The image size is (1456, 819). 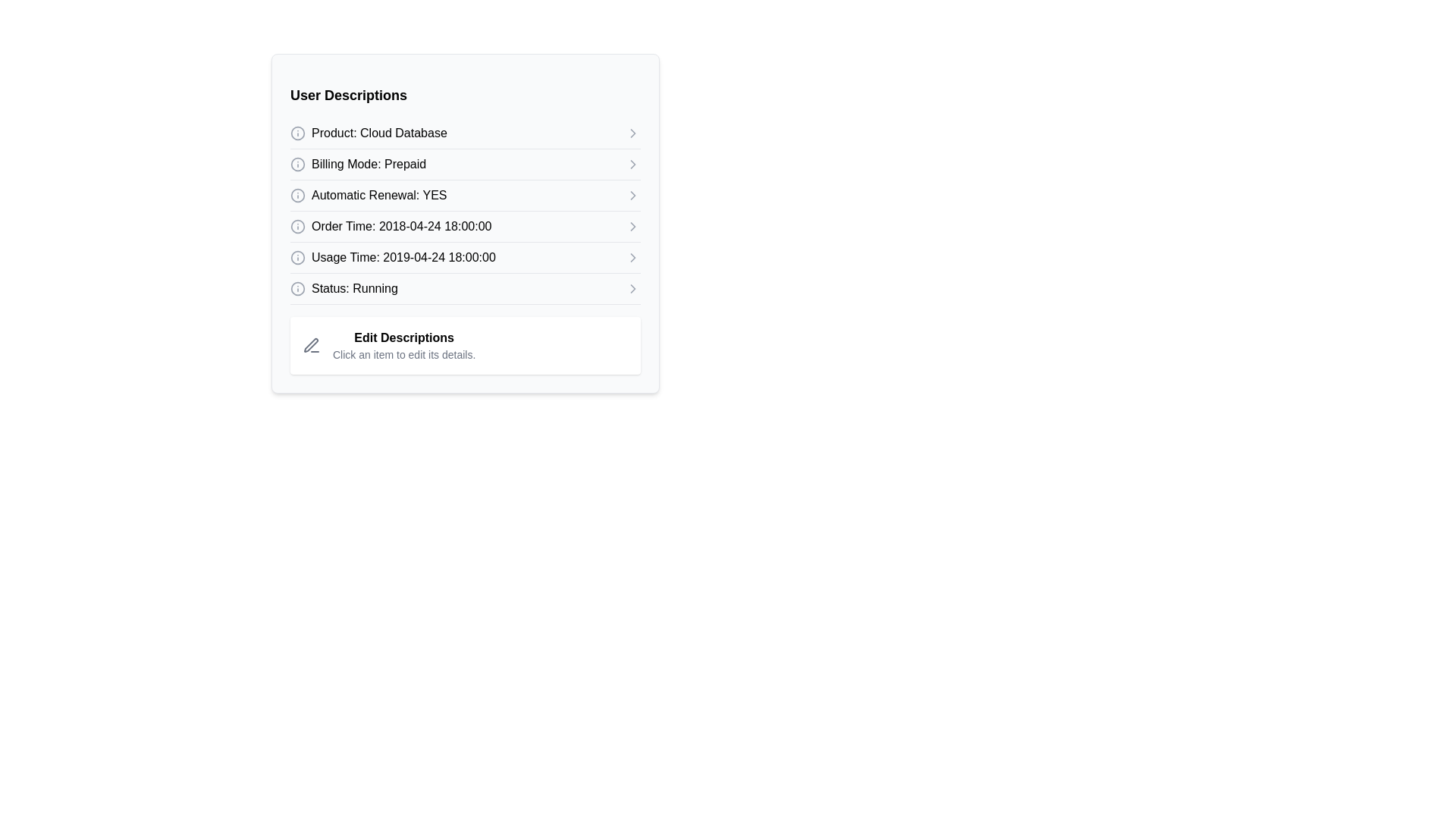 I want to click on information displayed in the 'Prepaid' billing mode text element, which is the second item under the 'User Descriptions' section in the interface, so click(x=357, y=164).